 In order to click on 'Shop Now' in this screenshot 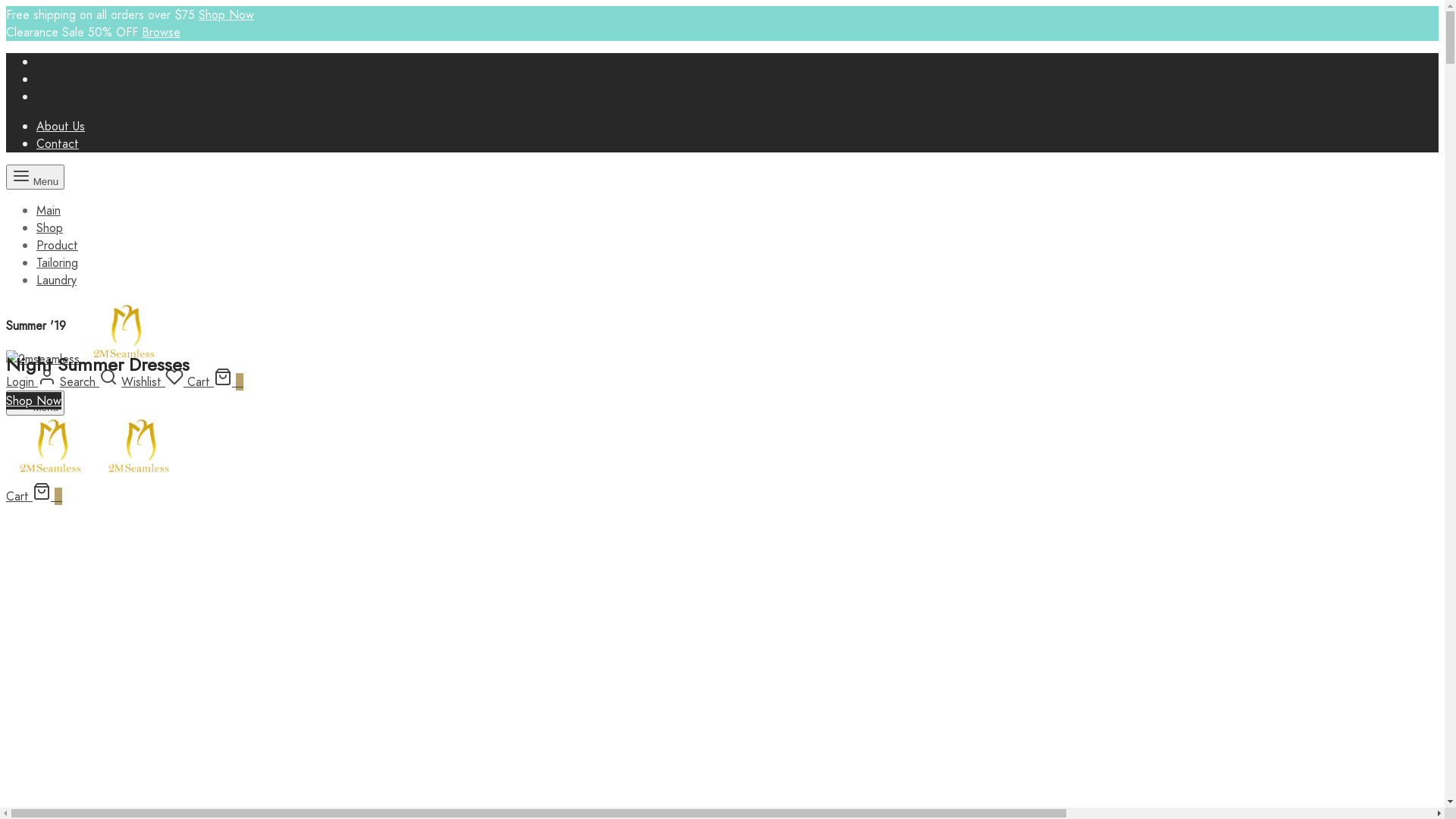, I will do `click(33, 400)`.